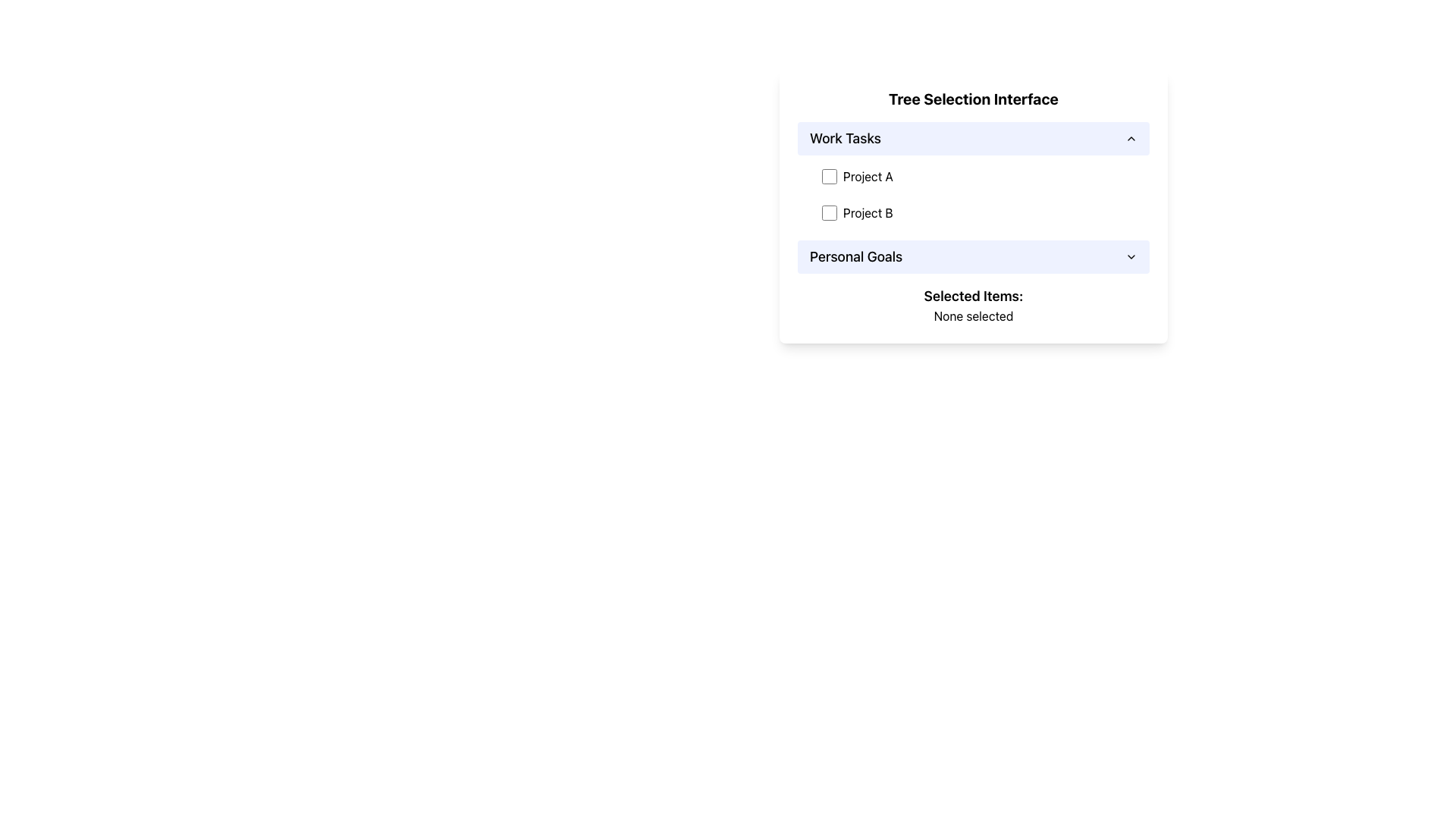 The height and width of the screenshot is (819, 1456). I want to click on the interactive checkbox, so click(829, 213).